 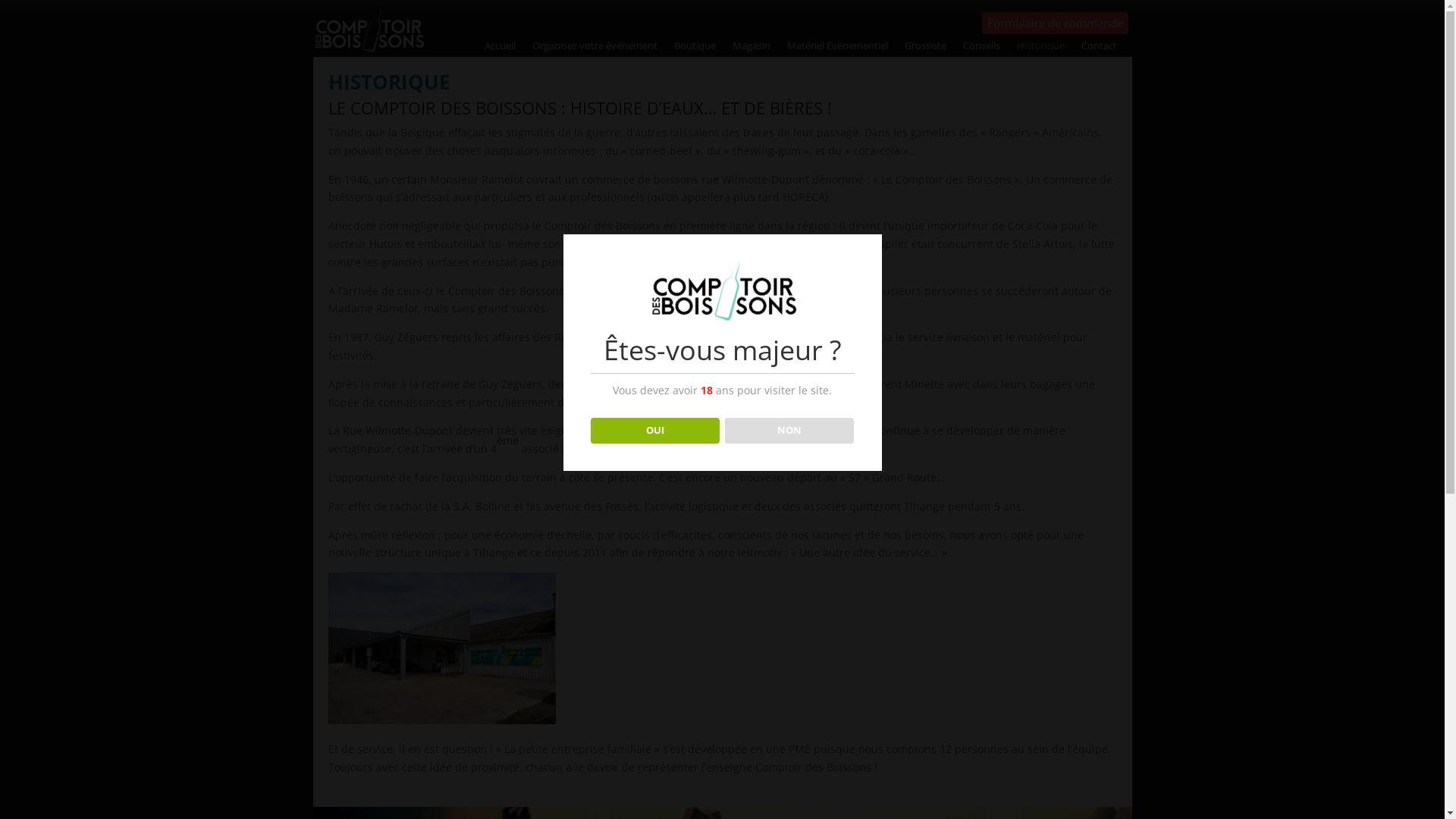 What do you see at coordinates (751, 48) in the screenshot?
I see `'Magasin'` at bounding box center [751, 48].